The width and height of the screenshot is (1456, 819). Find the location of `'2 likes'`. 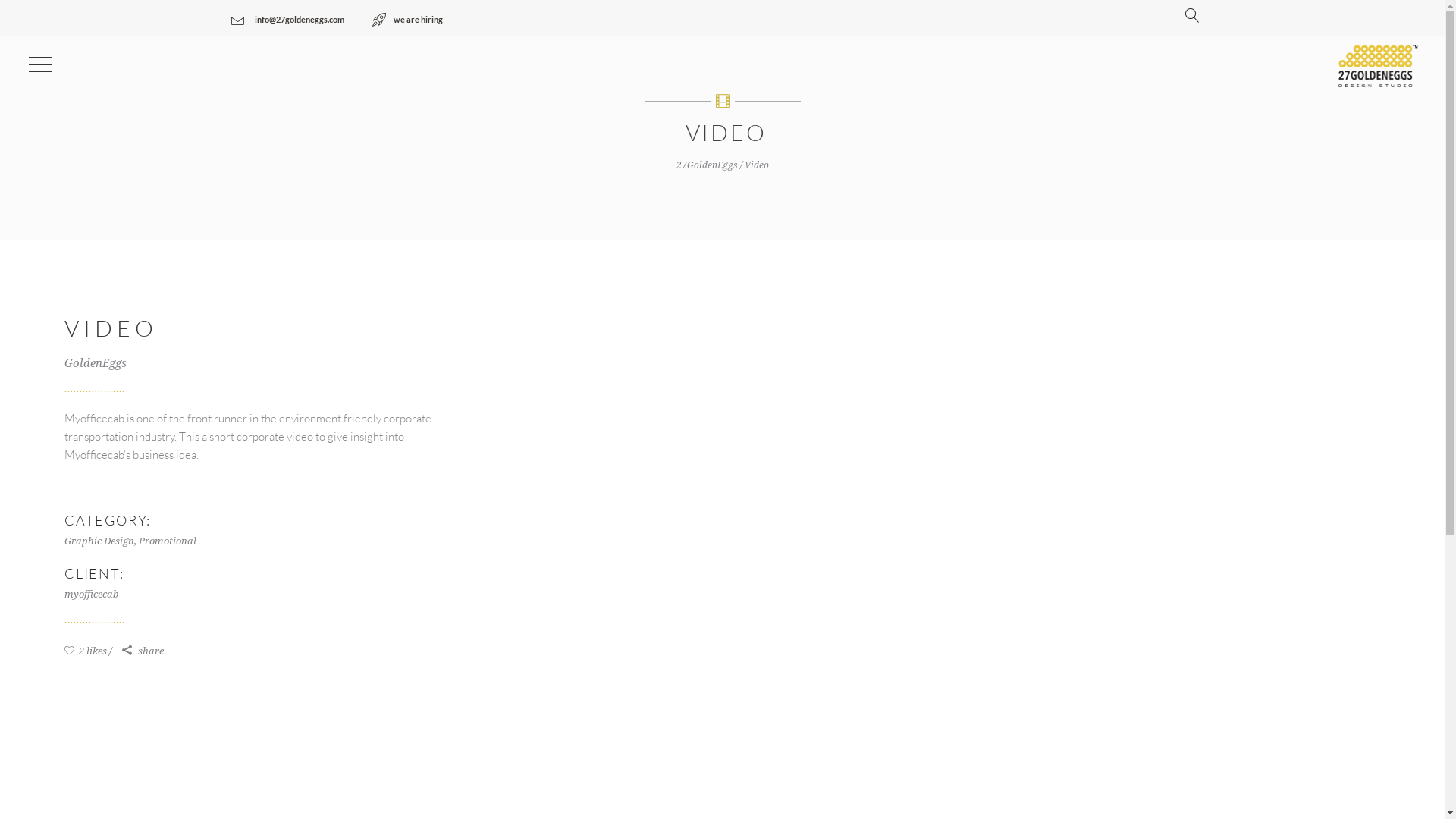

'2 likes' is located at coordinates (87, 650).